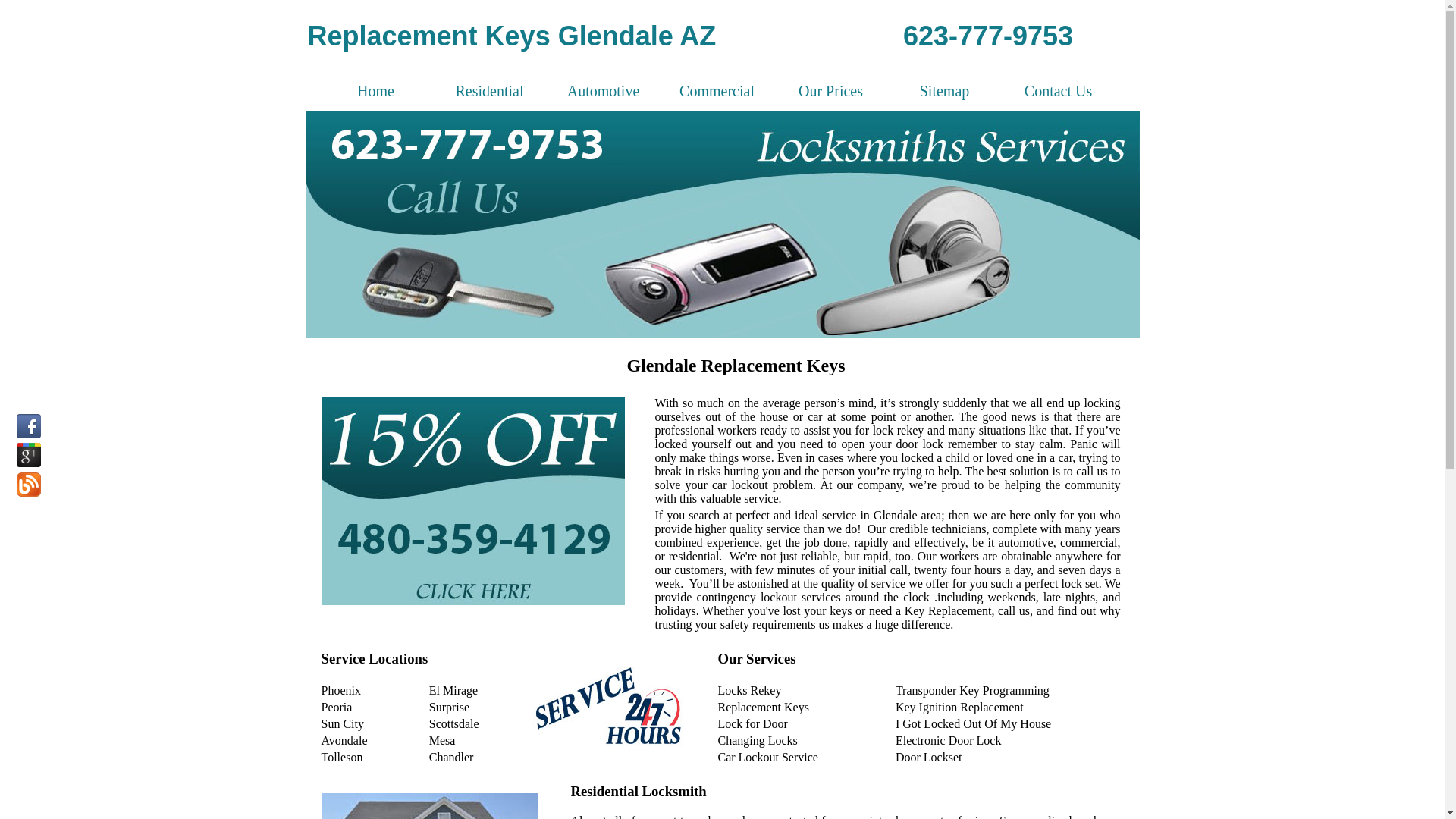  Describe the element at coordinates (973, 723) in the screenshot. I see `'I Got Locked Out Of My House'` at that location.